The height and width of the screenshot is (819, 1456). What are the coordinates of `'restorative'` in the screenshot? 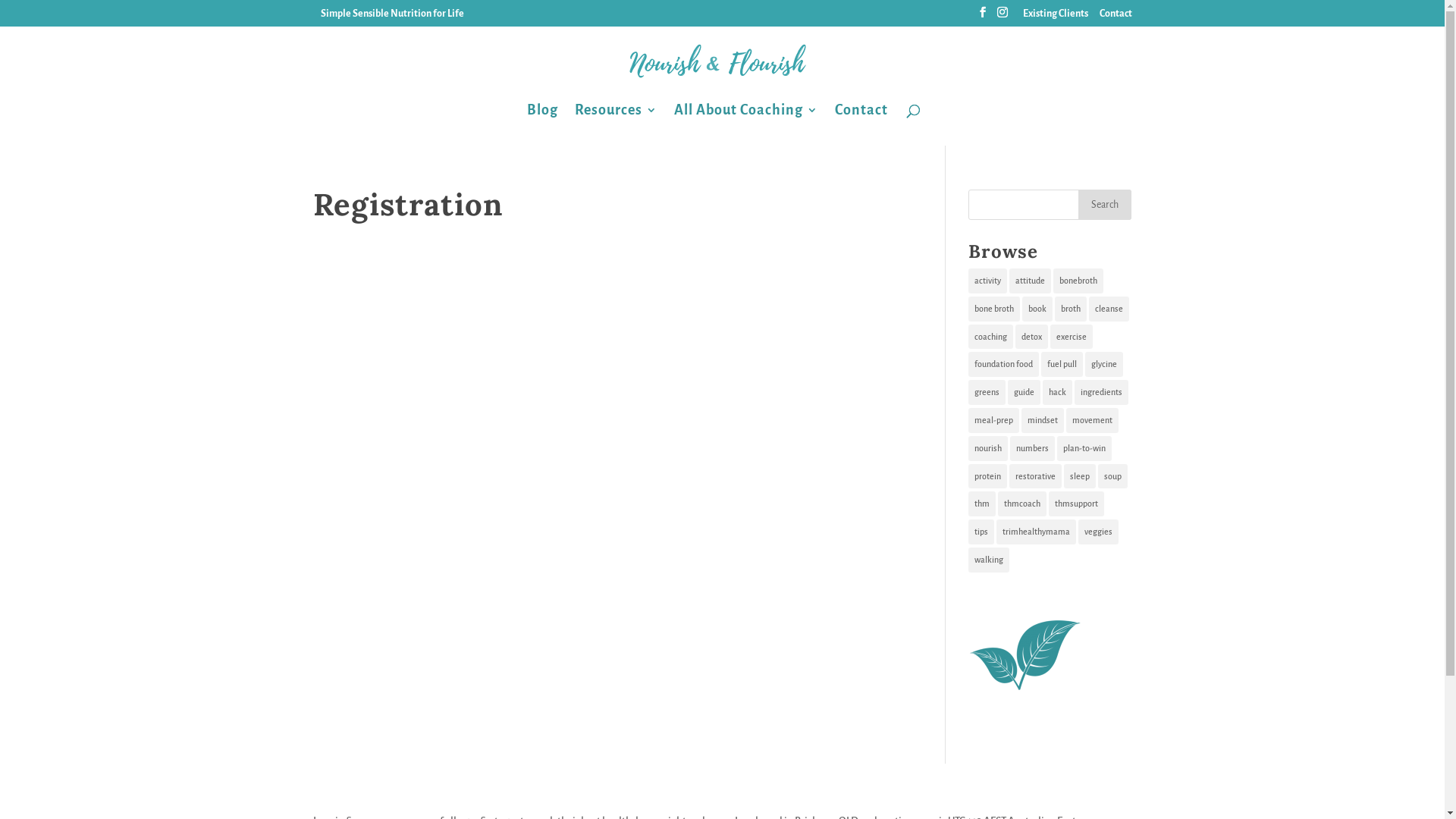 It's located at (1034, 475).